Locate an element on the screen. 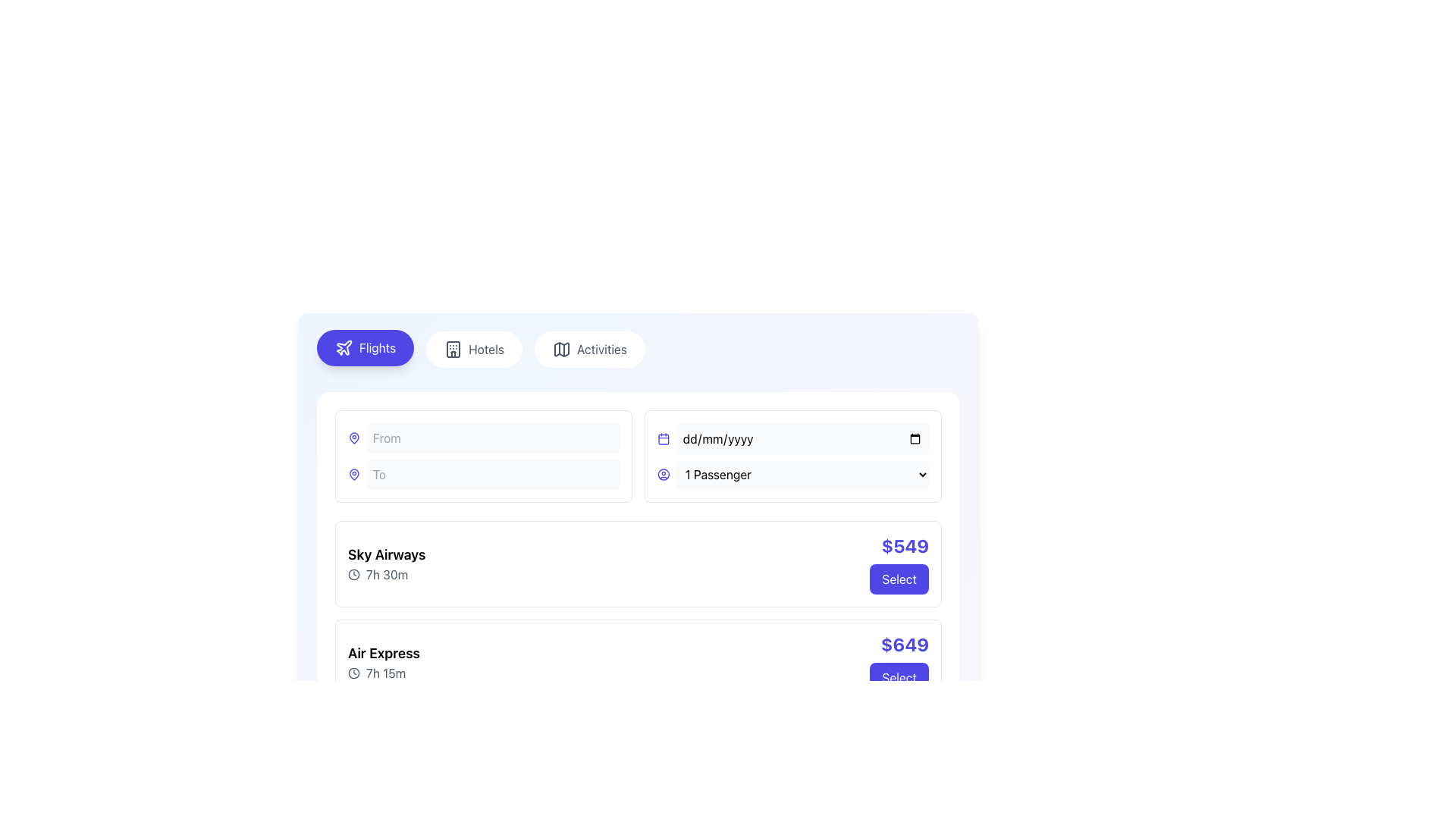  the date picker icon located at the top-right corner of the date input section is located at coordinates (664, 438).